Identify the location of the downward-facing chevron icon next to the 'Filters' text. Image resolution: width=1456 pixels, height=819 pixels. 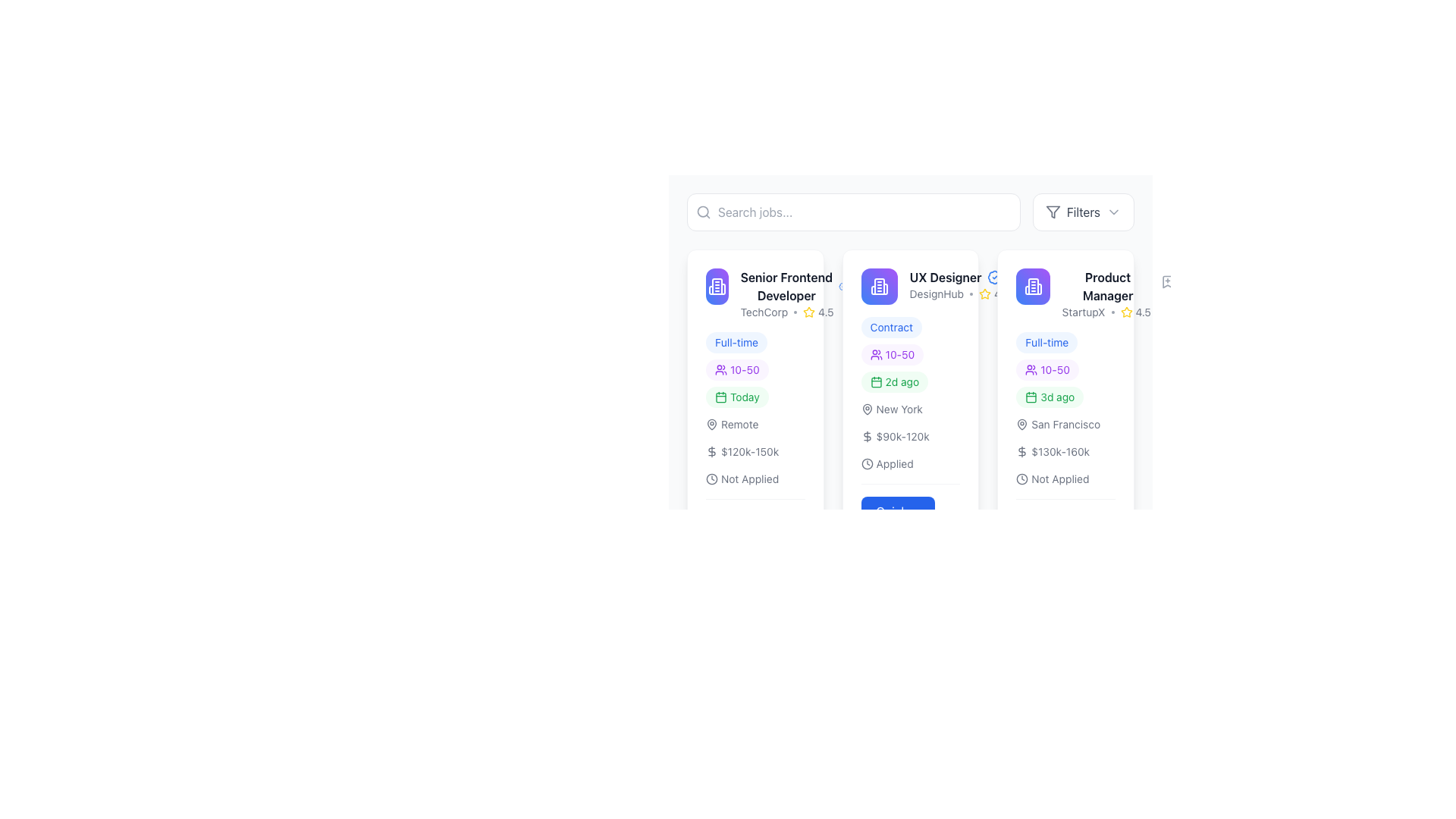
(1113, 212).